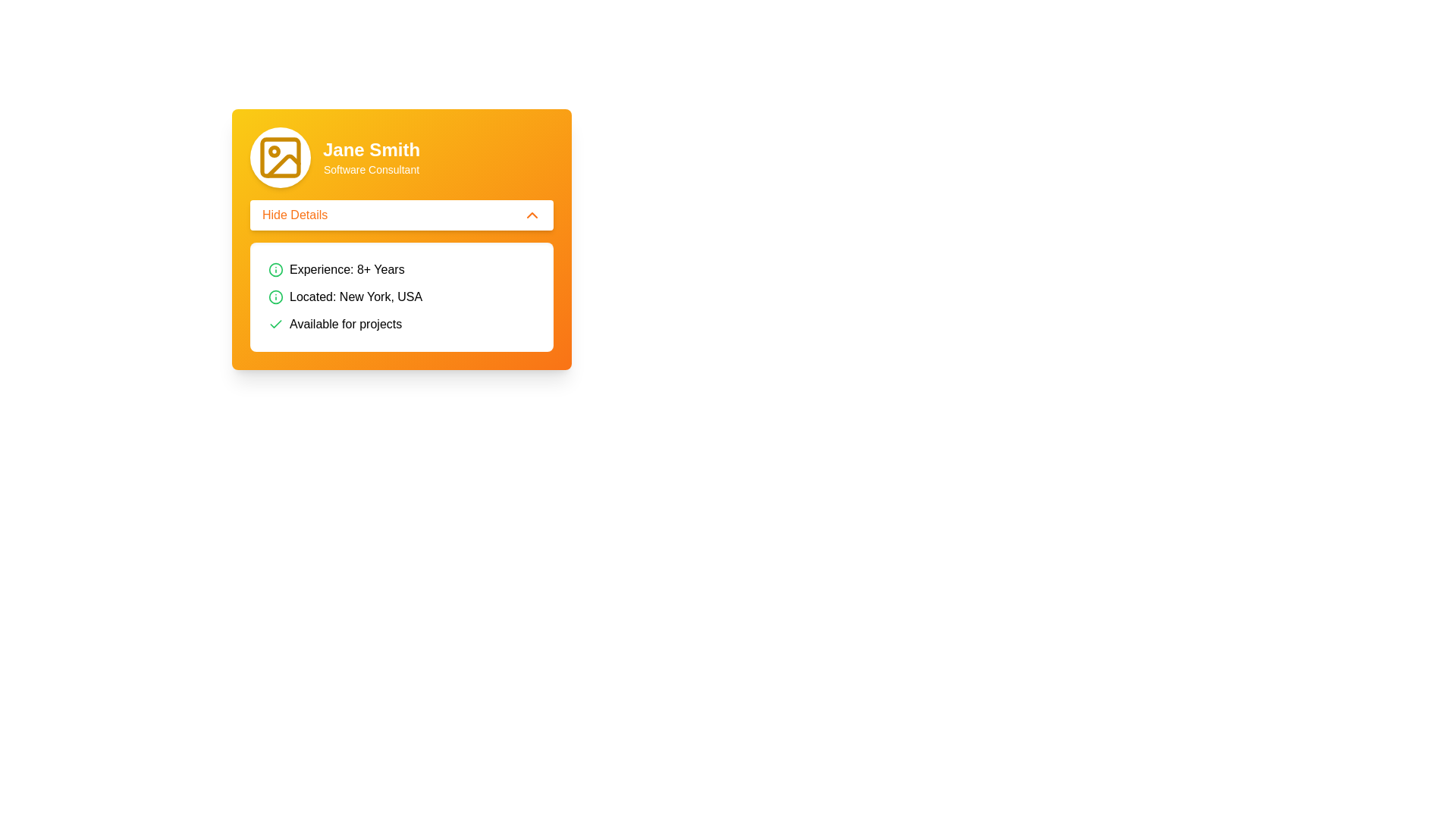 This screenshot has width=1456, height=819. Describe the element at coordinates (280, 158) in the screenshot. I see `the circular white Profile Picture Placeholder with a yellow image outline icon located at the top-left corner of the user detail card next to 'Jane Smith' and 'Software Consultant'` at that location.